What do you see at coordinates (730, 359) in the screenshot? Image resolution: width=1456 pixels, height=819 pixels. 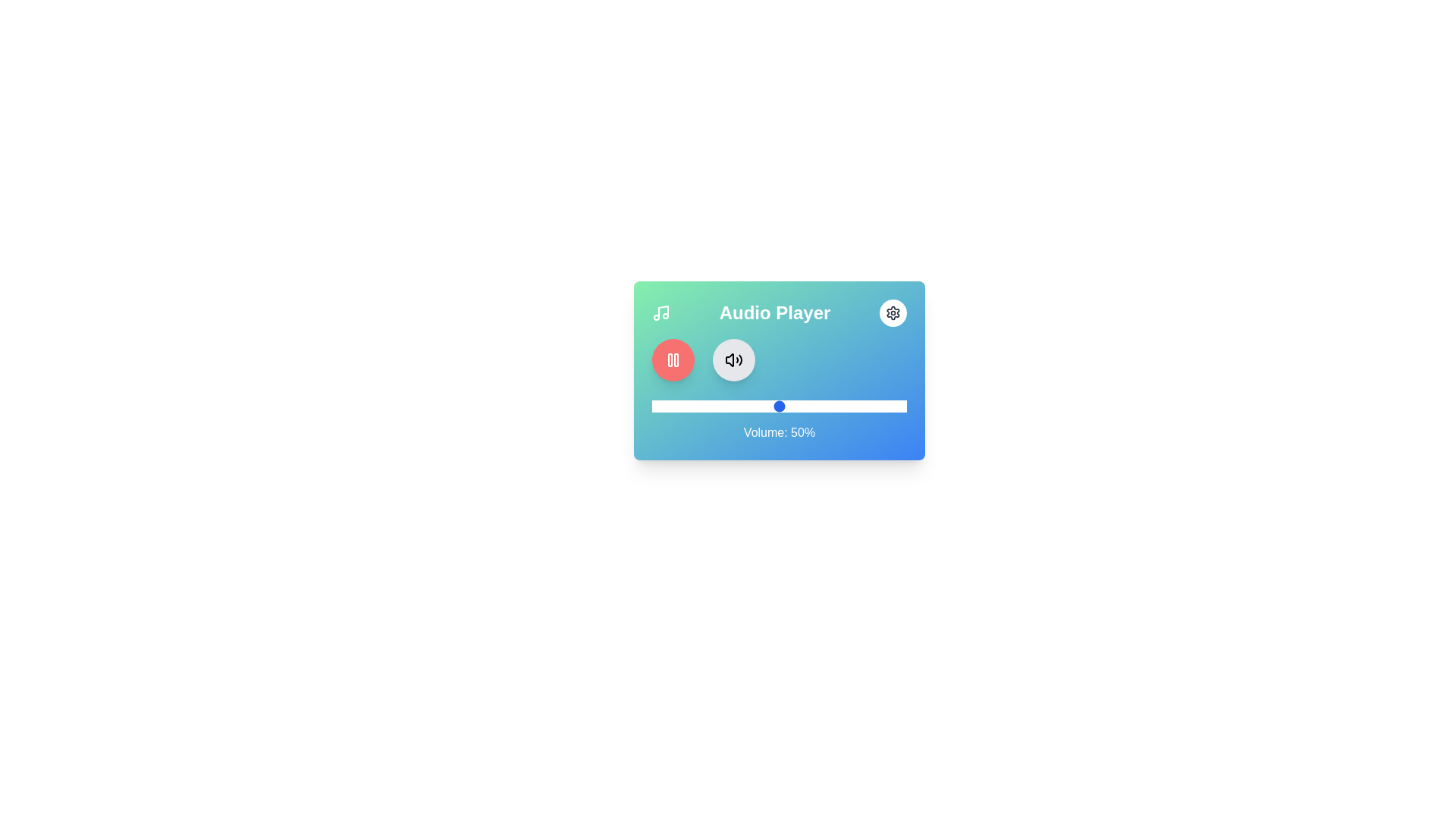 I see `the left-facing speaker icon within the audio player interface, which is the first component in its group, to access its associated functionality` at bounding box center [730, 359].